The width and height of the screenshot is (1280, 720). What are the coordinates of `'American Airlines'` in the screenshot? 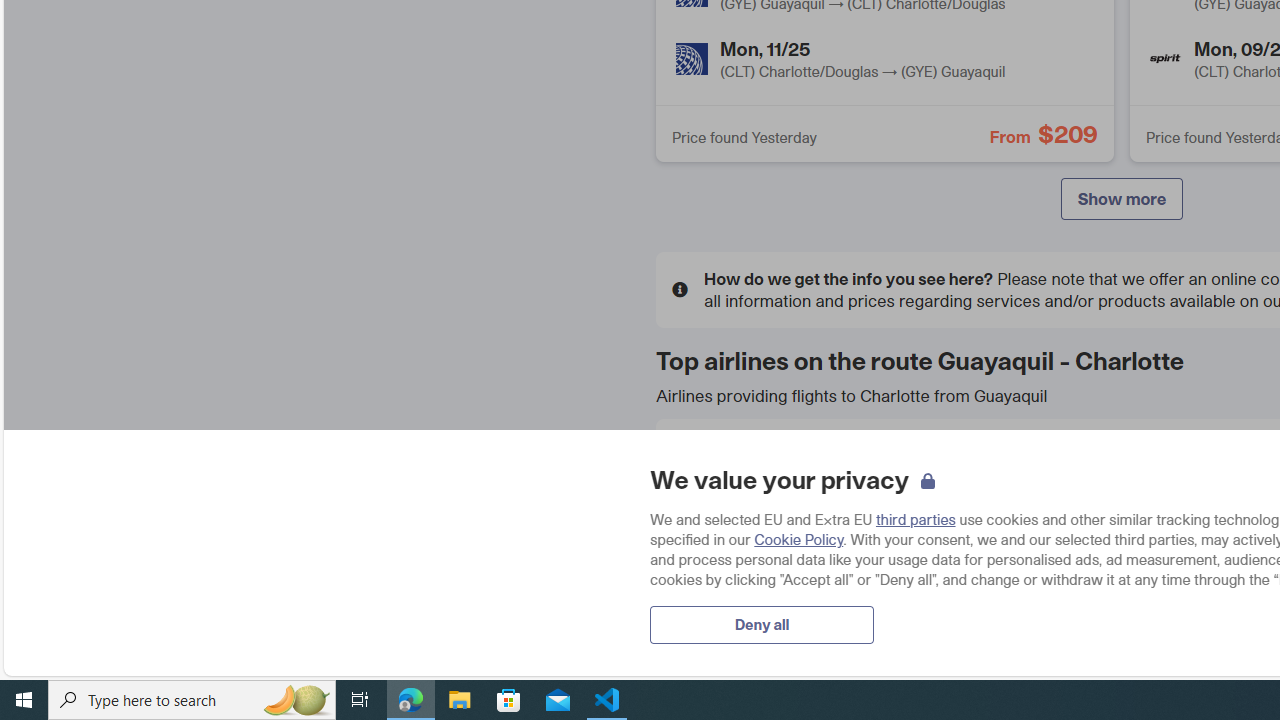 It's located at (704, 466).